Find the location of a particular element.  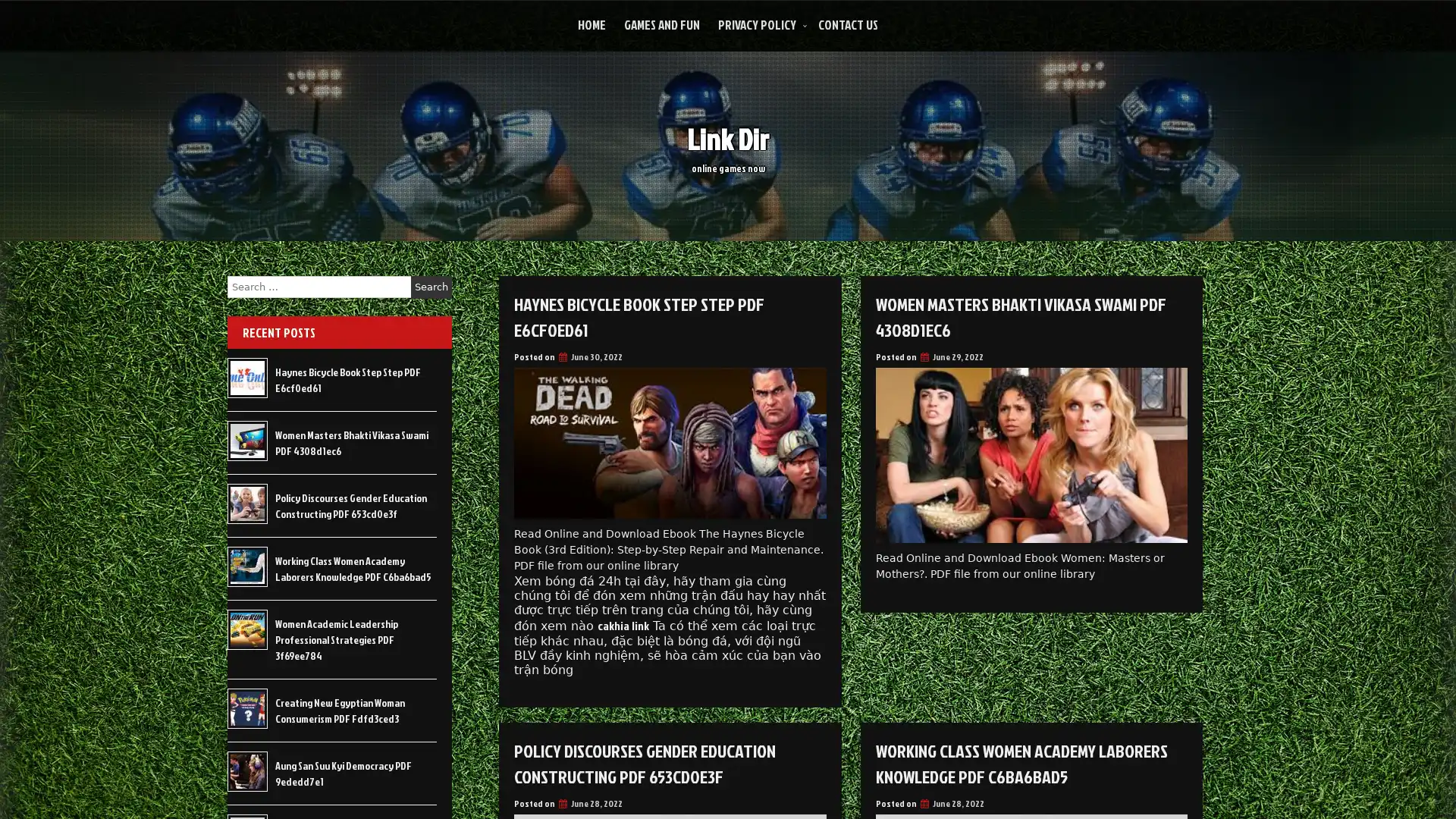

Search is located at coordinates (431, 287).